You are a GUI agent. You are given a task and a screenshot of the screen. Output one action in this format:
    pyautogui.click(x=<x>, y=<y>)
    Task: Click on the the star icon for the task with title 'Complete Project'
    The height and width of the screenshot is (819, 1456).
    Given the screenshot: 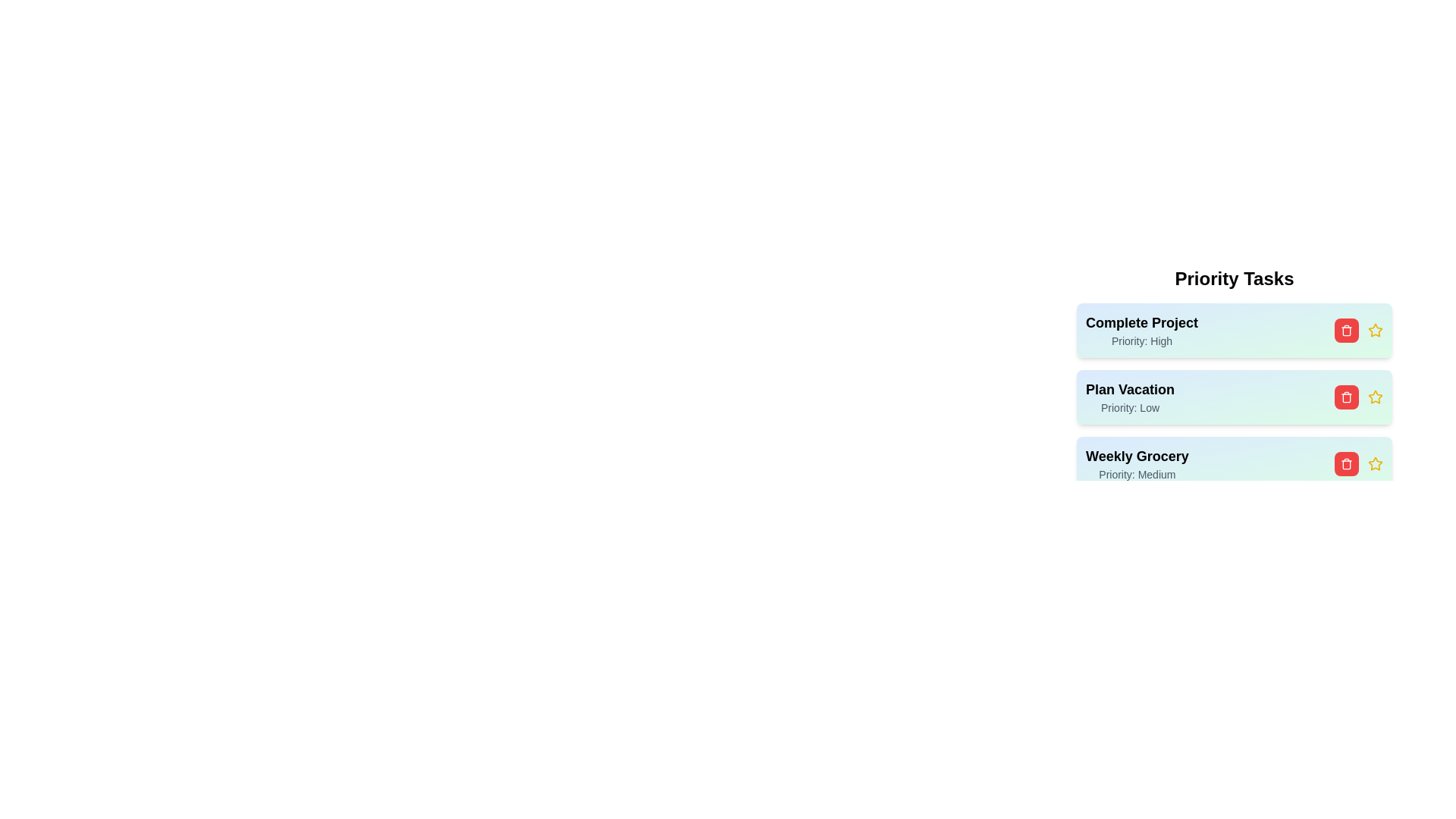 What is the action you would take?
    pyautogui.click(x=1376, y=329)
    